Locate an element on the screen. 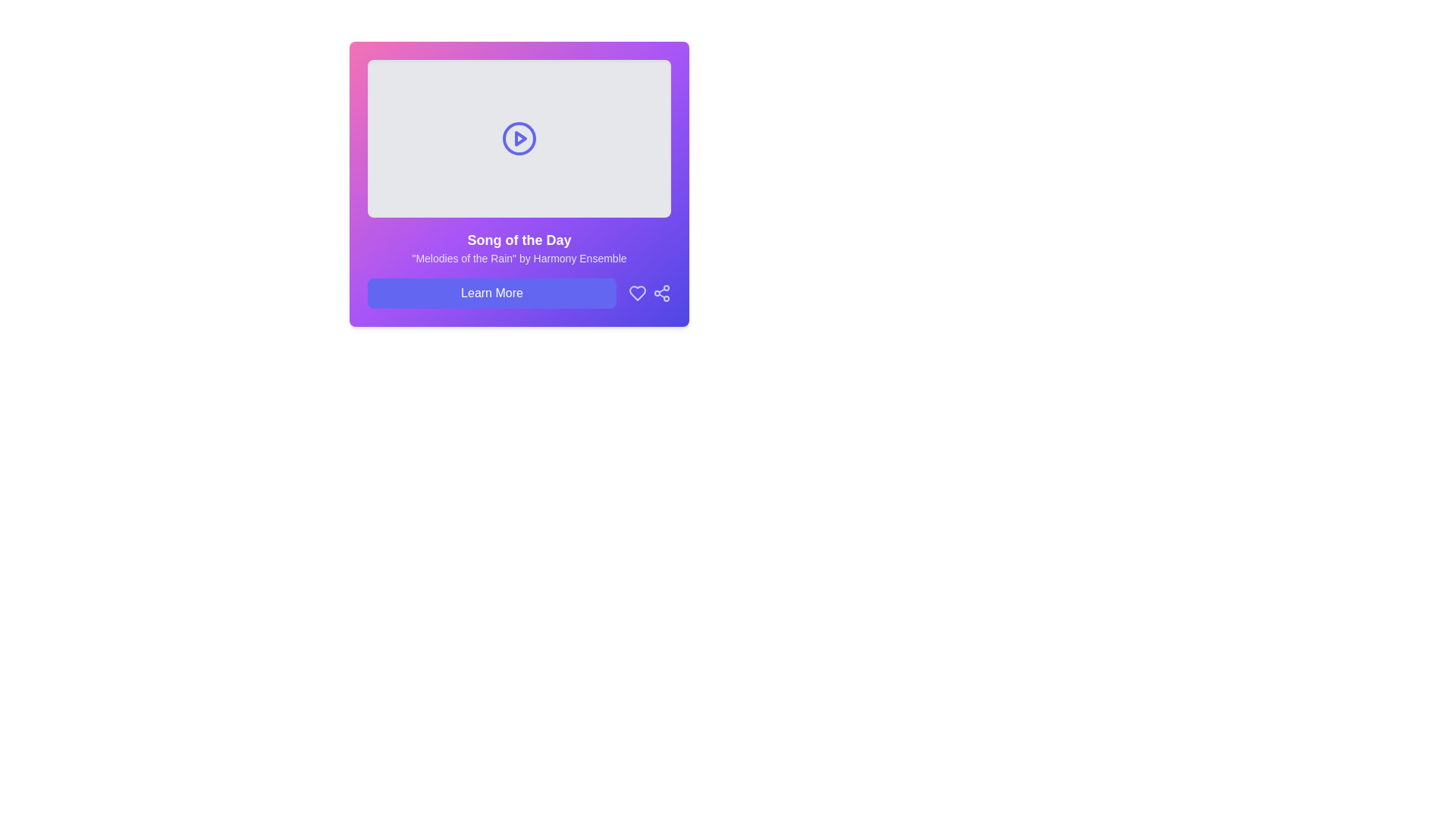 This screenshot has width=1456, height=819. the share icon on the right side of the heart icon in the icon group, which is styled with white outlines on a purple background, located in the bottom-right corner of the UI is located at coordinates (650, 293).